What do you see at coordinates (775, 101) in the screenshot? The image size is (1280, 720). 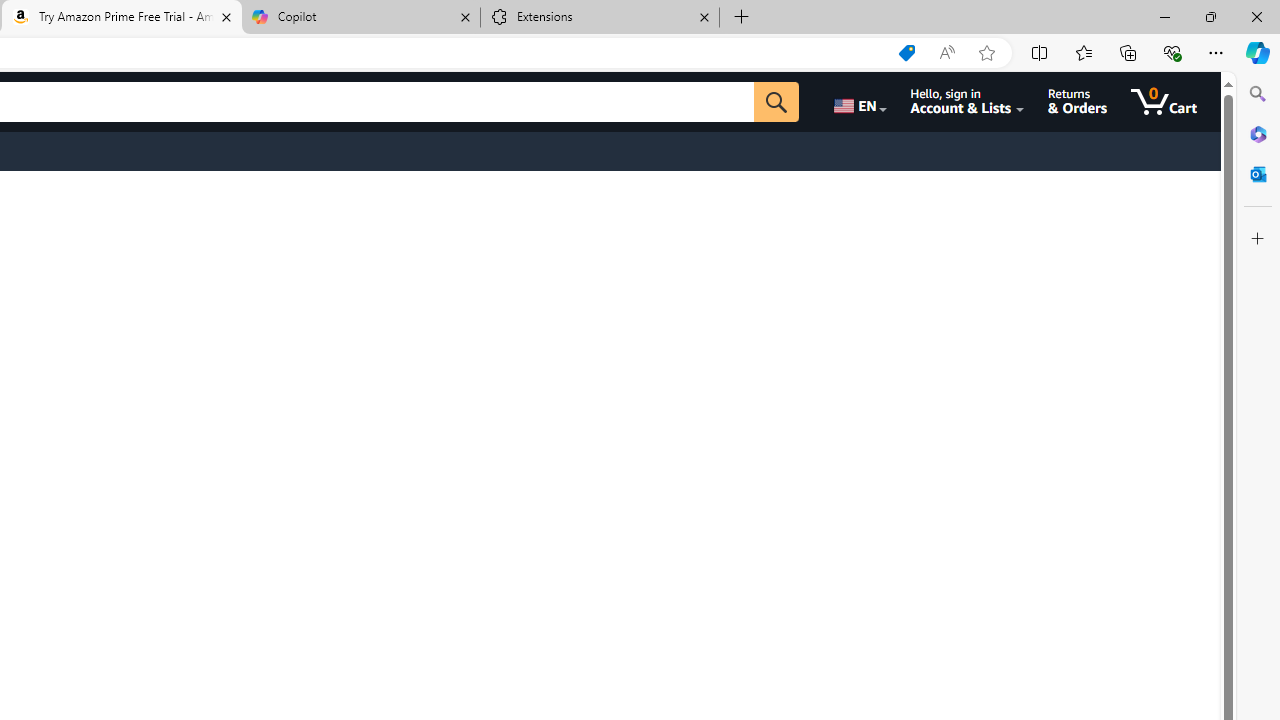 I see `'Go'` at bounding box center [775, 101].